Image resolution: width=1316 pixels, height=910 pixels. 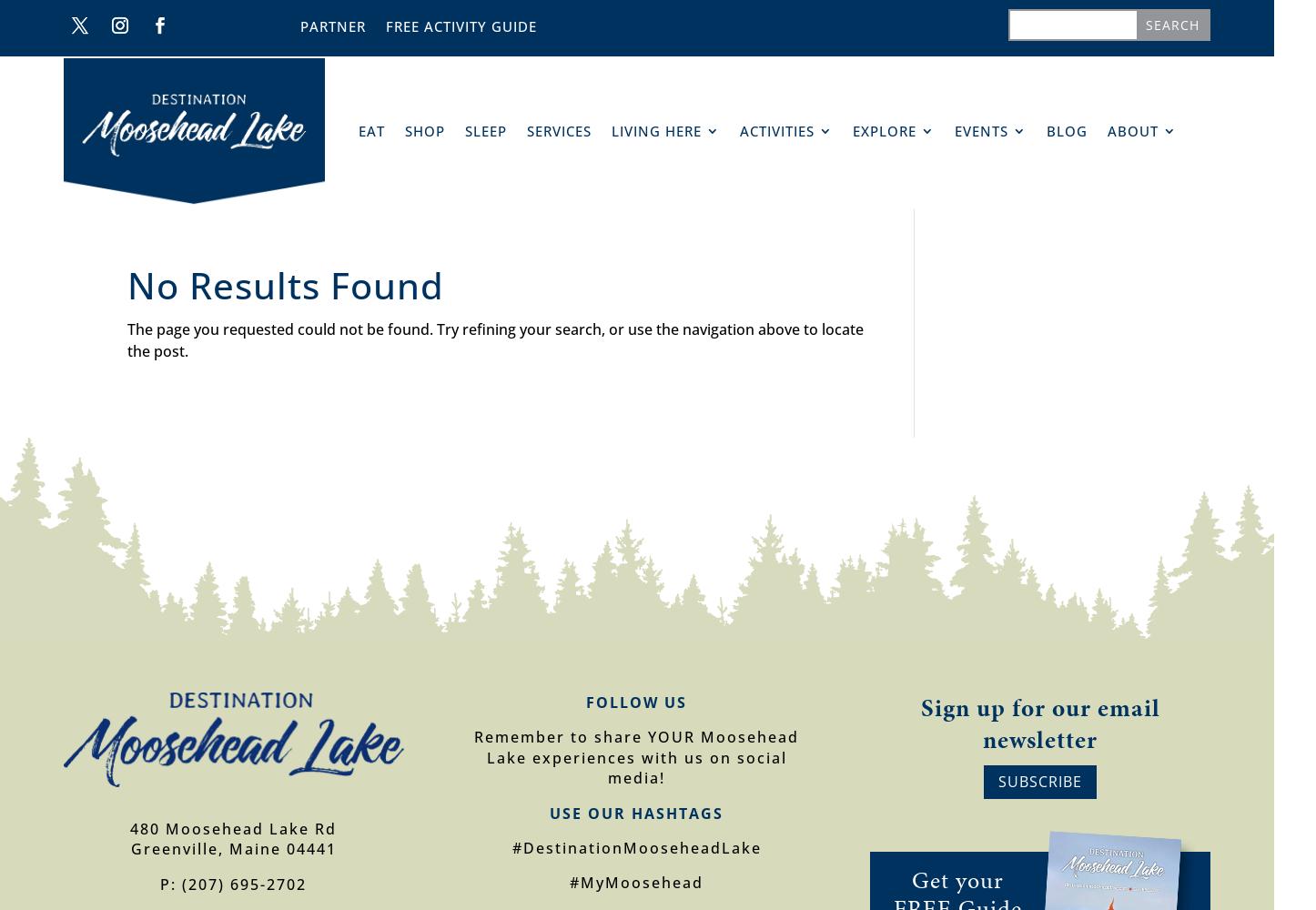 What do you see at coordinates (494, 339) in the screenshot?
I see `'The page you requested could not be found. Try refining your search, or use the navigation above to locate the post.'` at bounding box center [494, 339].